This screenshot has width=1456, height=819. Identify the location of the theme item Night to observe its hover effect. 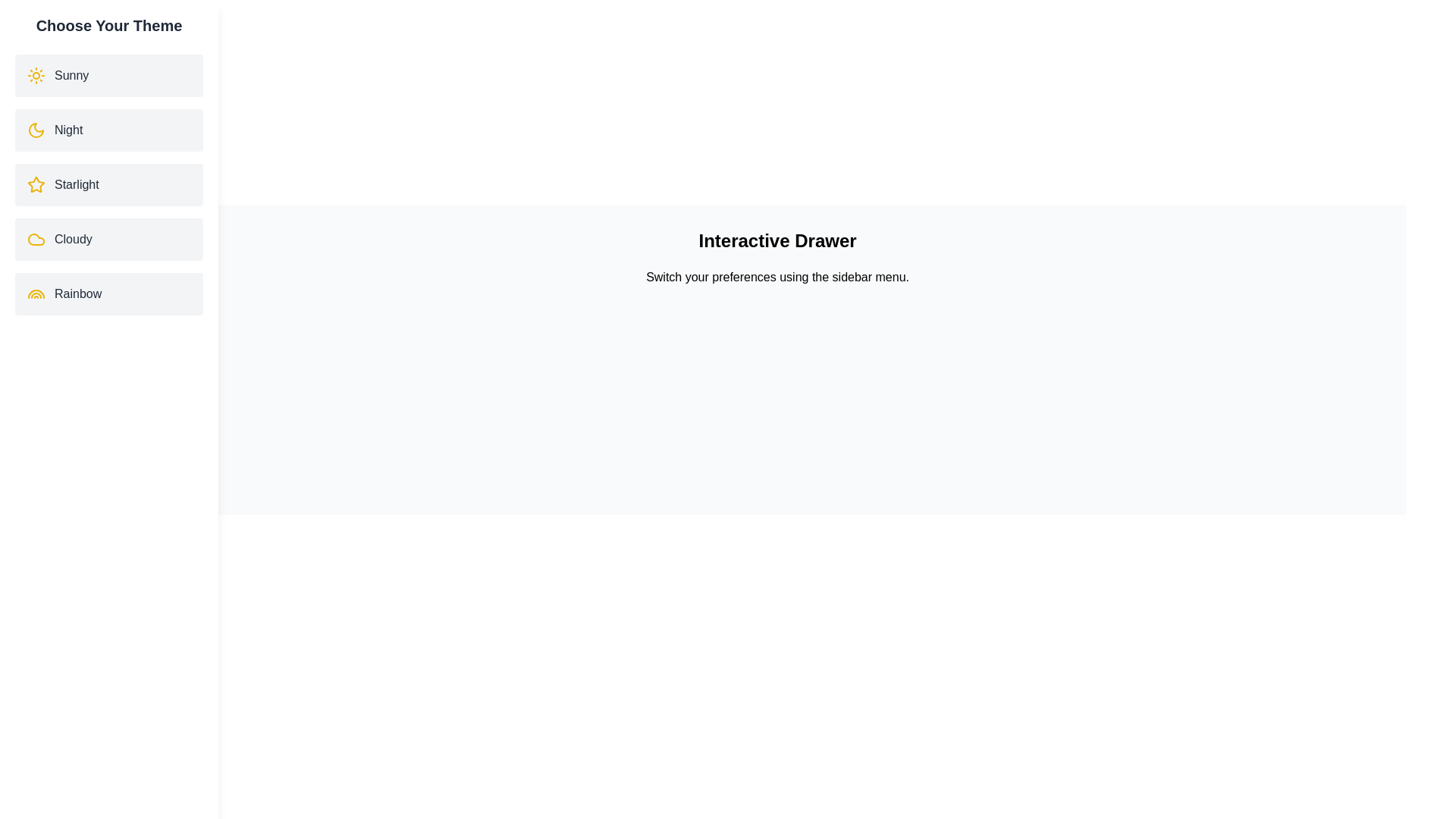
(108, 130).